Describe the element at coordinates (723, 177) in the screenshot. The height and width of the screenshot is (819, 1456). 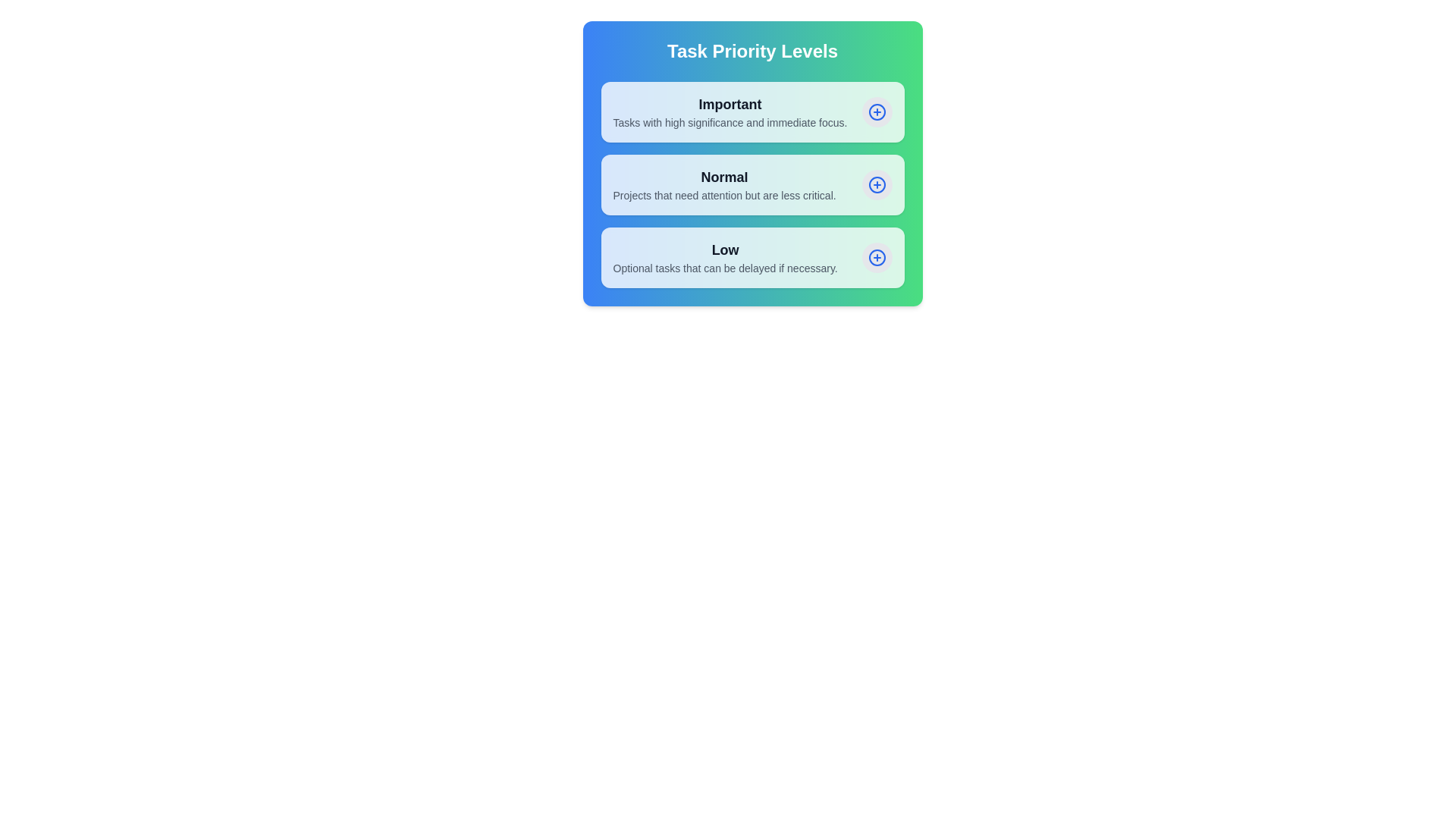
I see `text label that serves as the heading for the 'Normal' category of task priorities, positioned between the 'Important' and 'Low' sections` at that location.